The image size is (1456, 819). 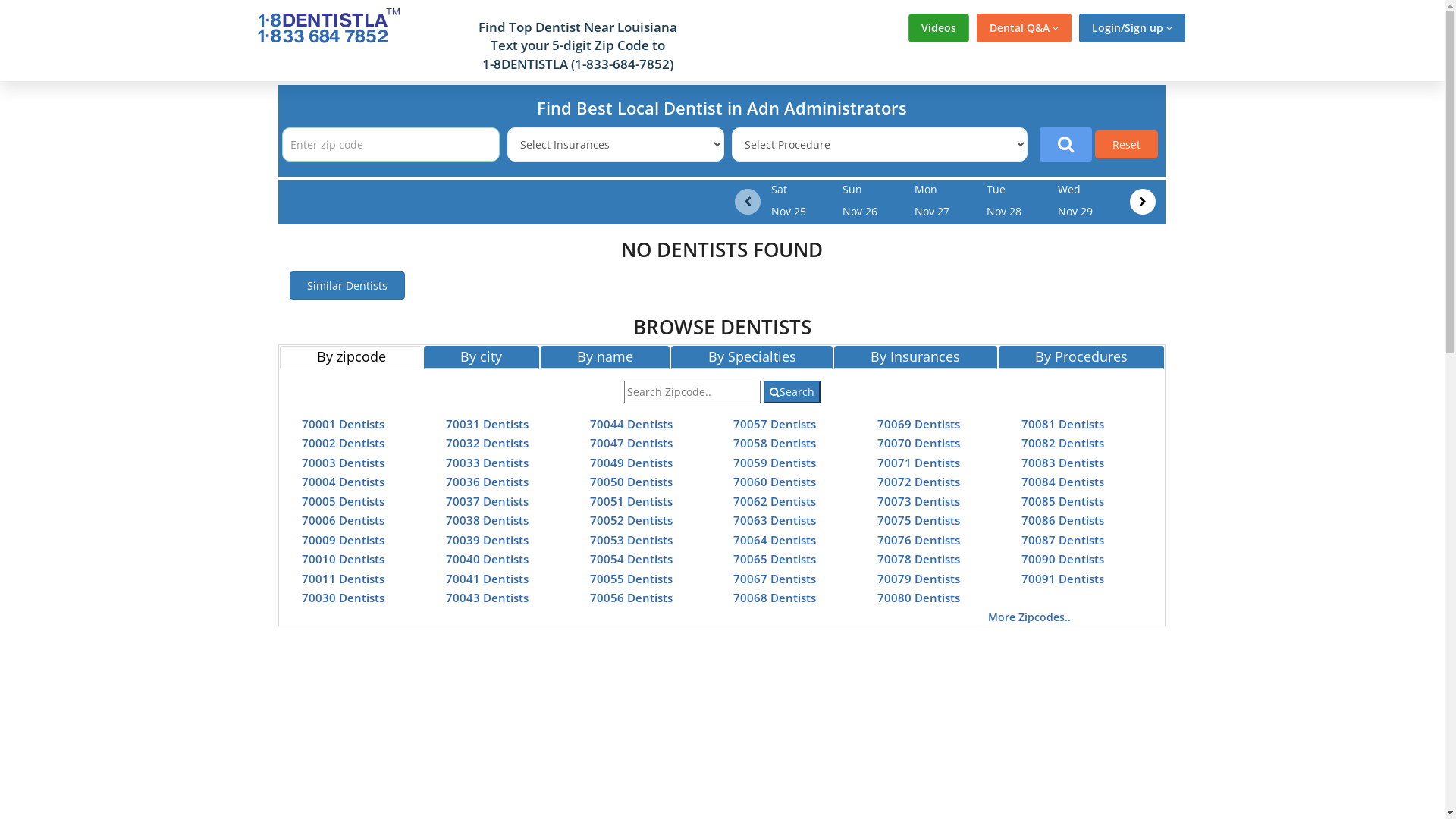 What do you see at coordinates (774, 519) in the screenshot?
I see `'70063 Dentists'` at bounding box center [774, 519].